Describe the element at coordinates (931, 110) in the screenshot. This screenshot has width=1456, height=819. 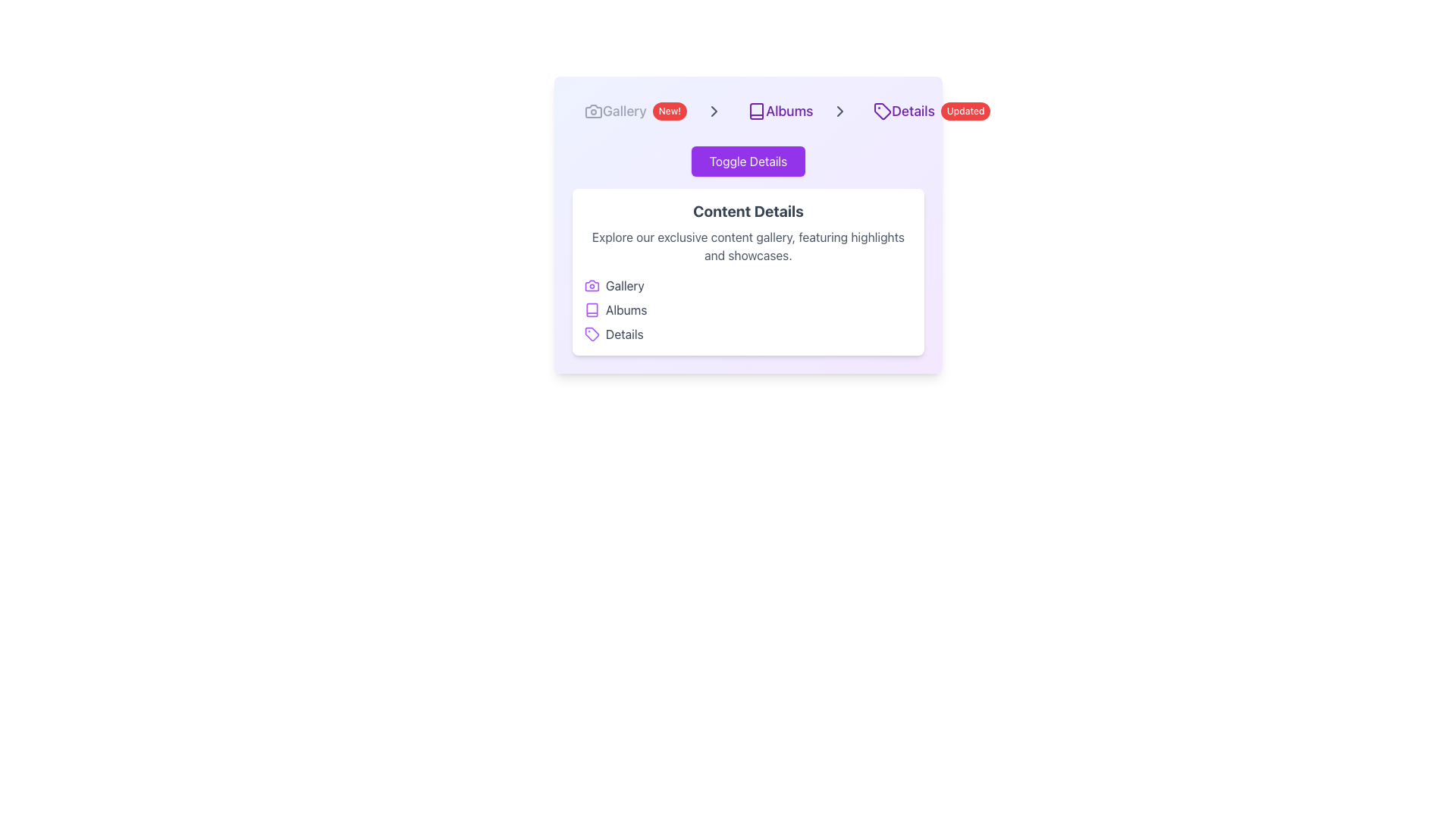
I see `the purple icon in the Composite navigation item labeled 'Details'` at that location.